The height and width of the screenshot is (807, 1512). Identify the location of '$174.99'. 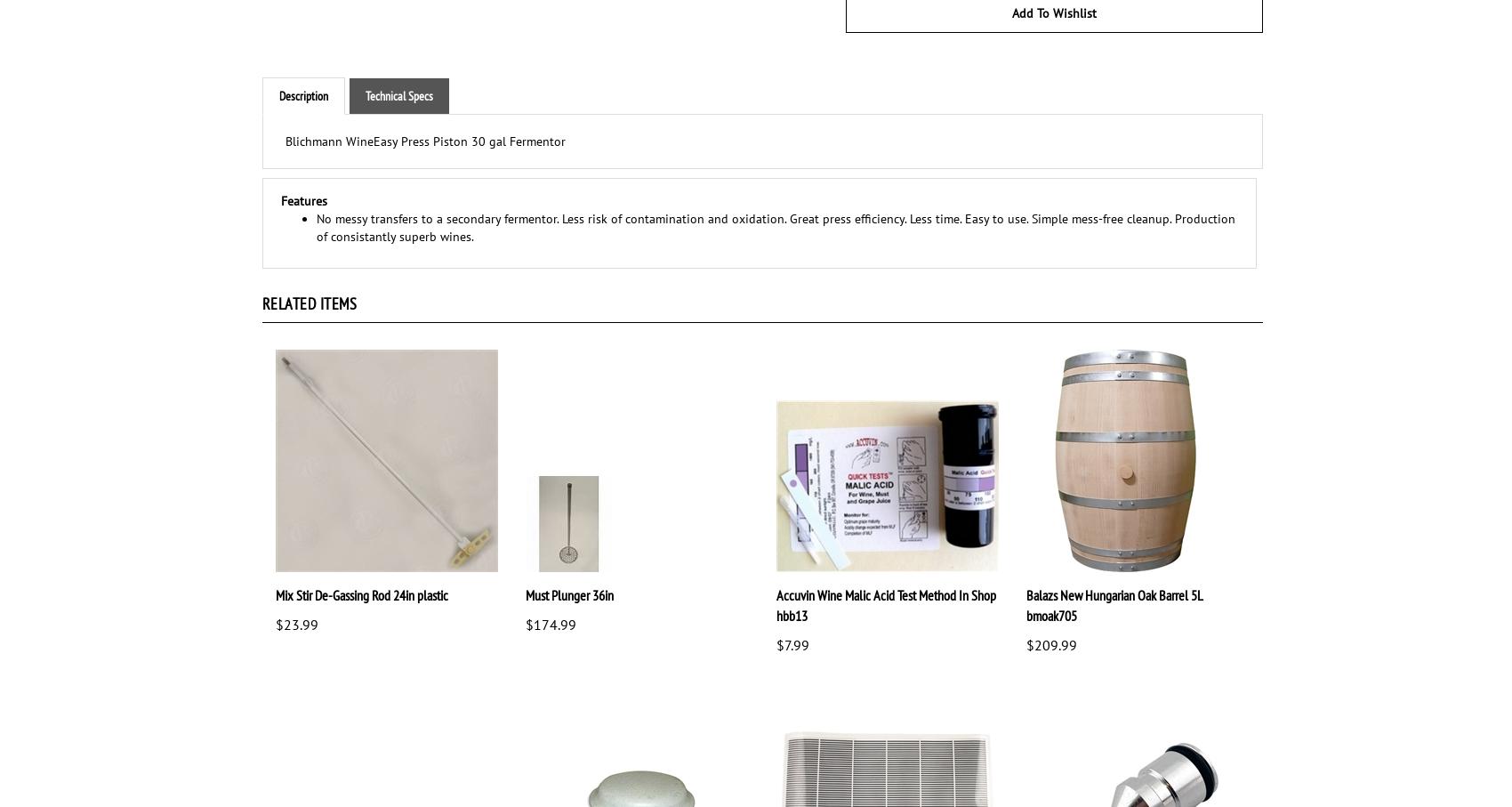
(550, 625).